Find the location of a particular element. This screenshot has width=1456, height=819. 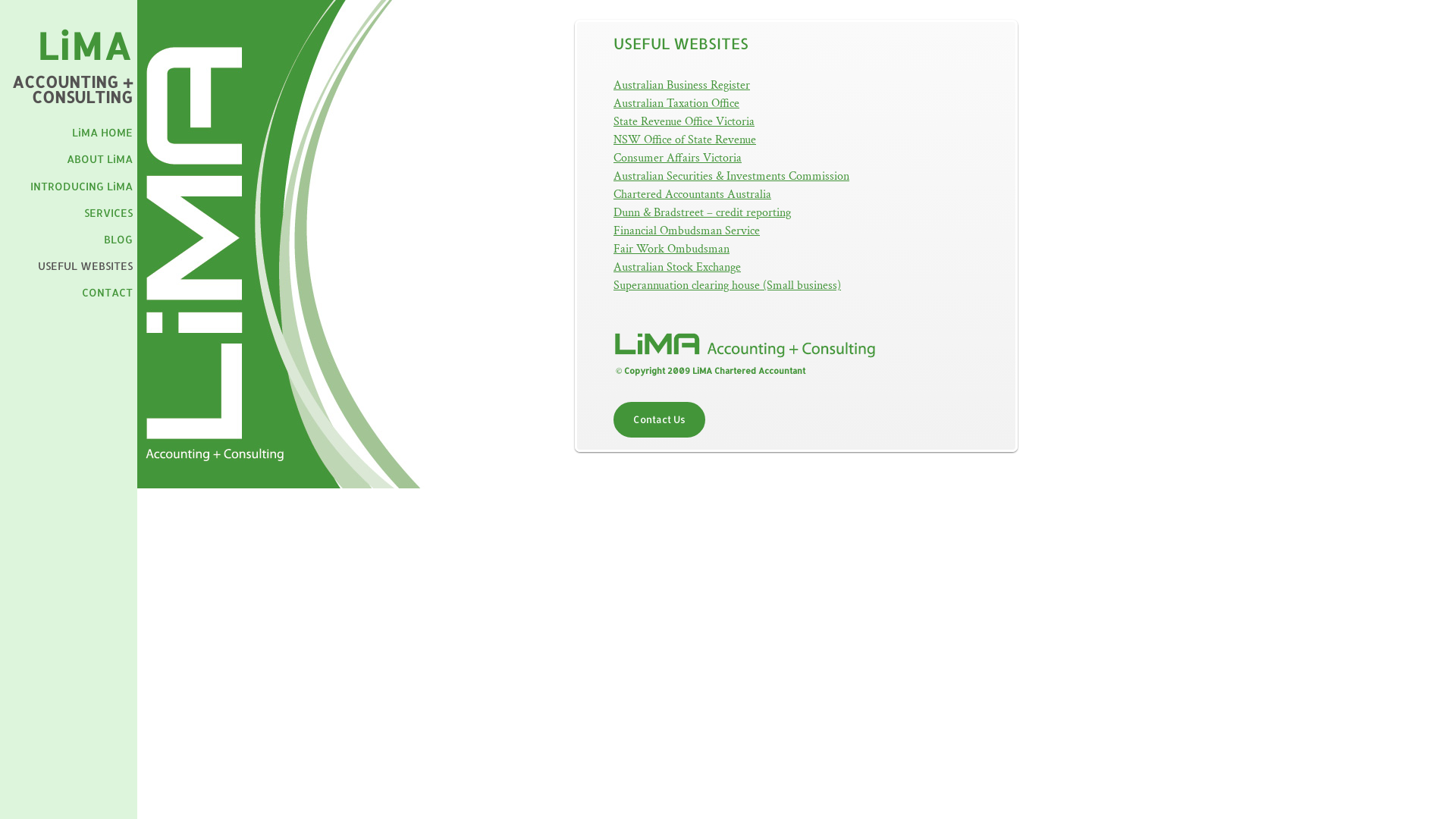

'CONTACT' is located at coordinates (106, 292).